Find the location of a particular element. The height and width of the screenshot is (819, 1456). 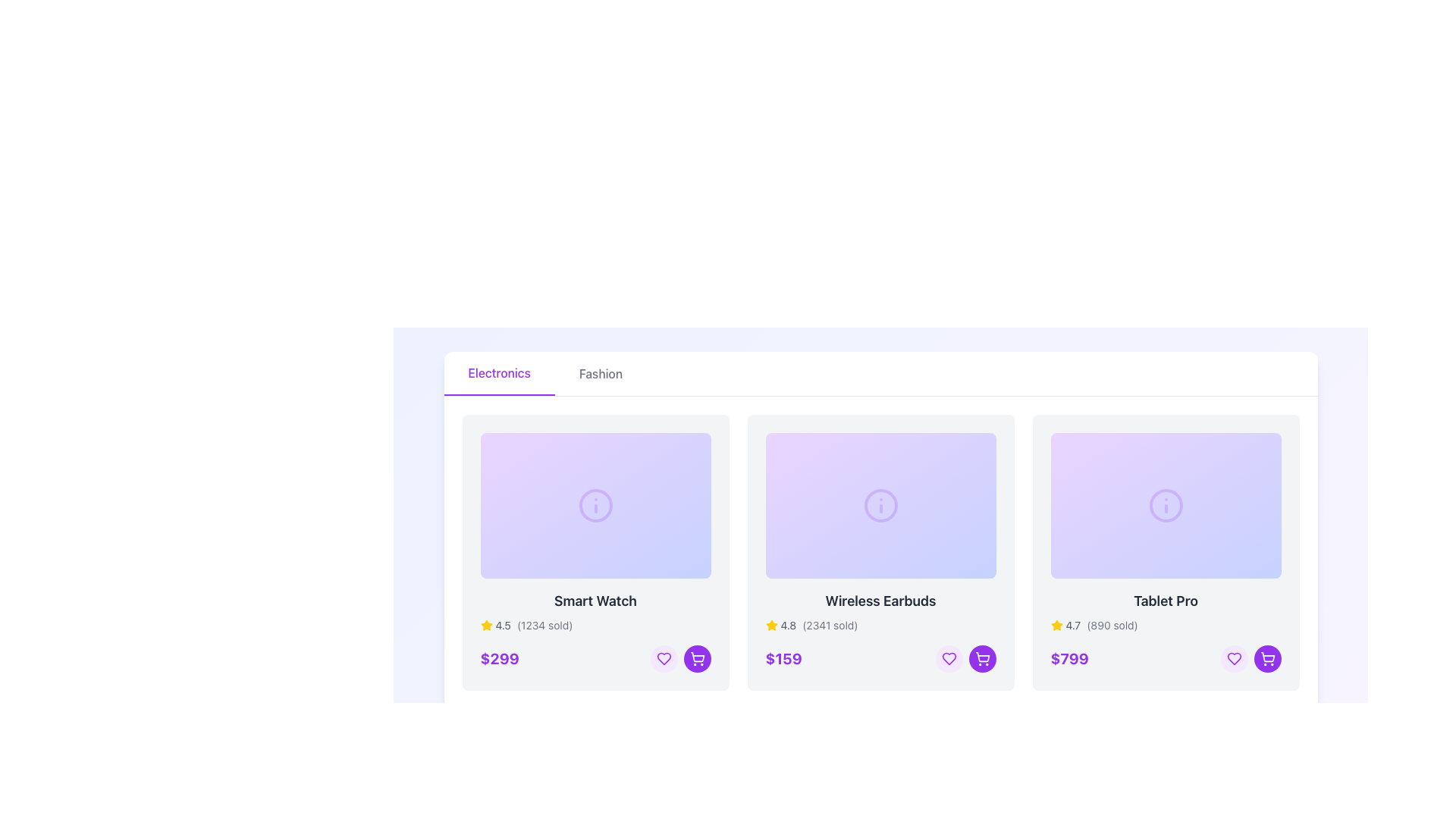

the circular button with a light purple background and heart icon located in the lower right section of the 'Smart Watch' product card to change its background color is located at coordinates (664, 657).